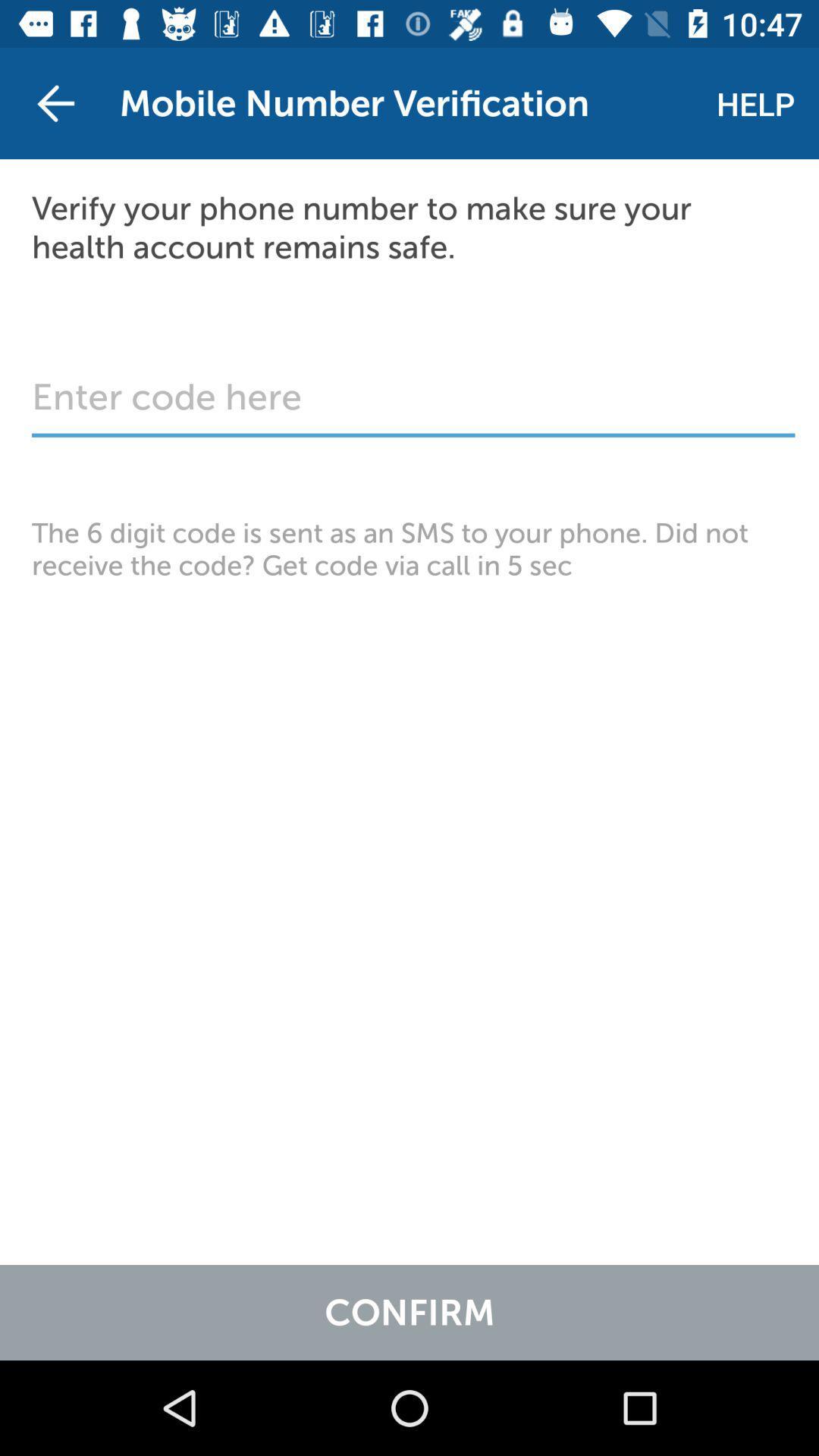 This screenshot has height=1456, width=819. I want to click on the item to the right of mobile number verification app, so click(755, 102).